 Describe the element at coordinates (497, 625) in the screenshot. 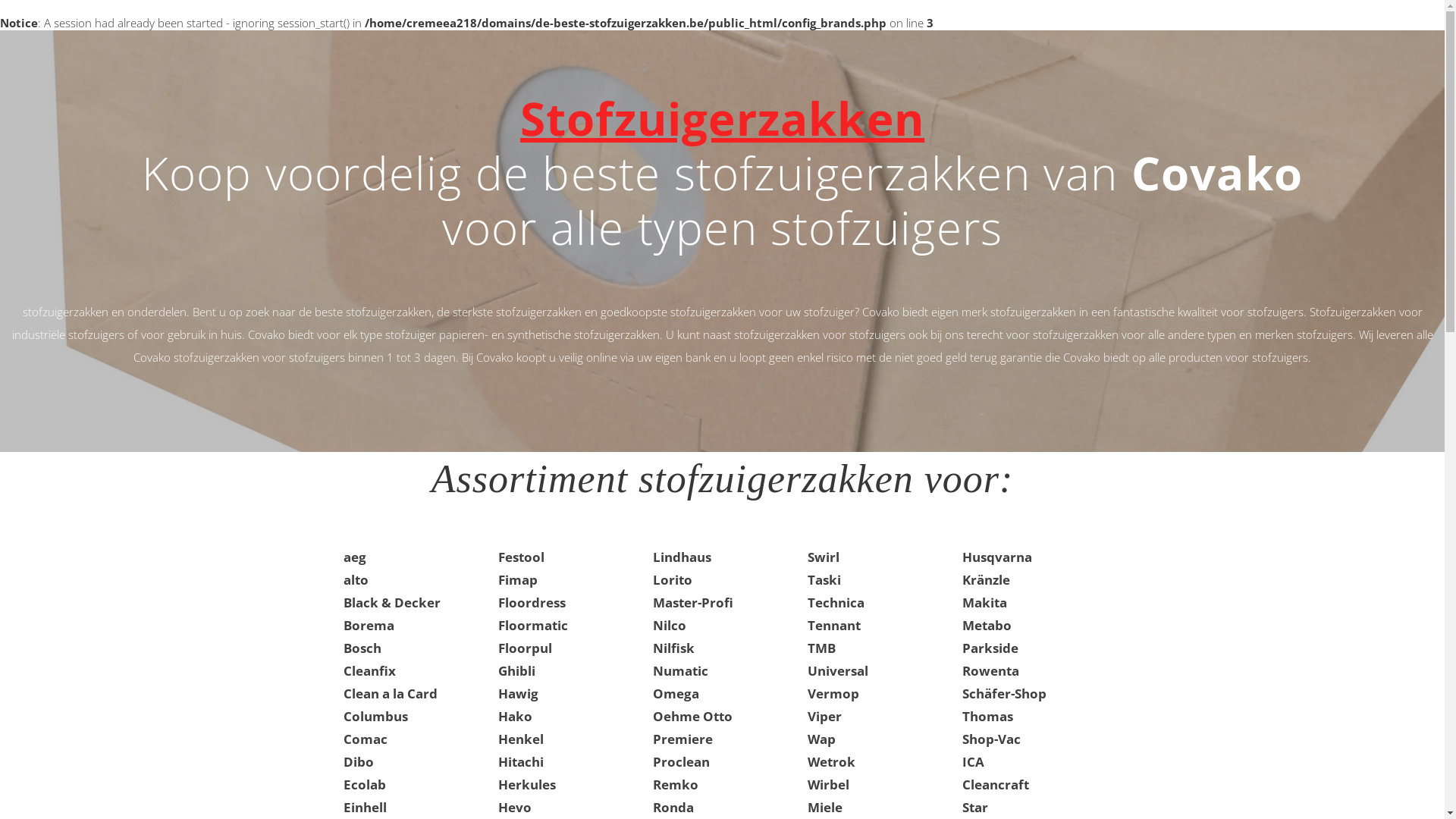

I see `'Floormatic'` at that location.